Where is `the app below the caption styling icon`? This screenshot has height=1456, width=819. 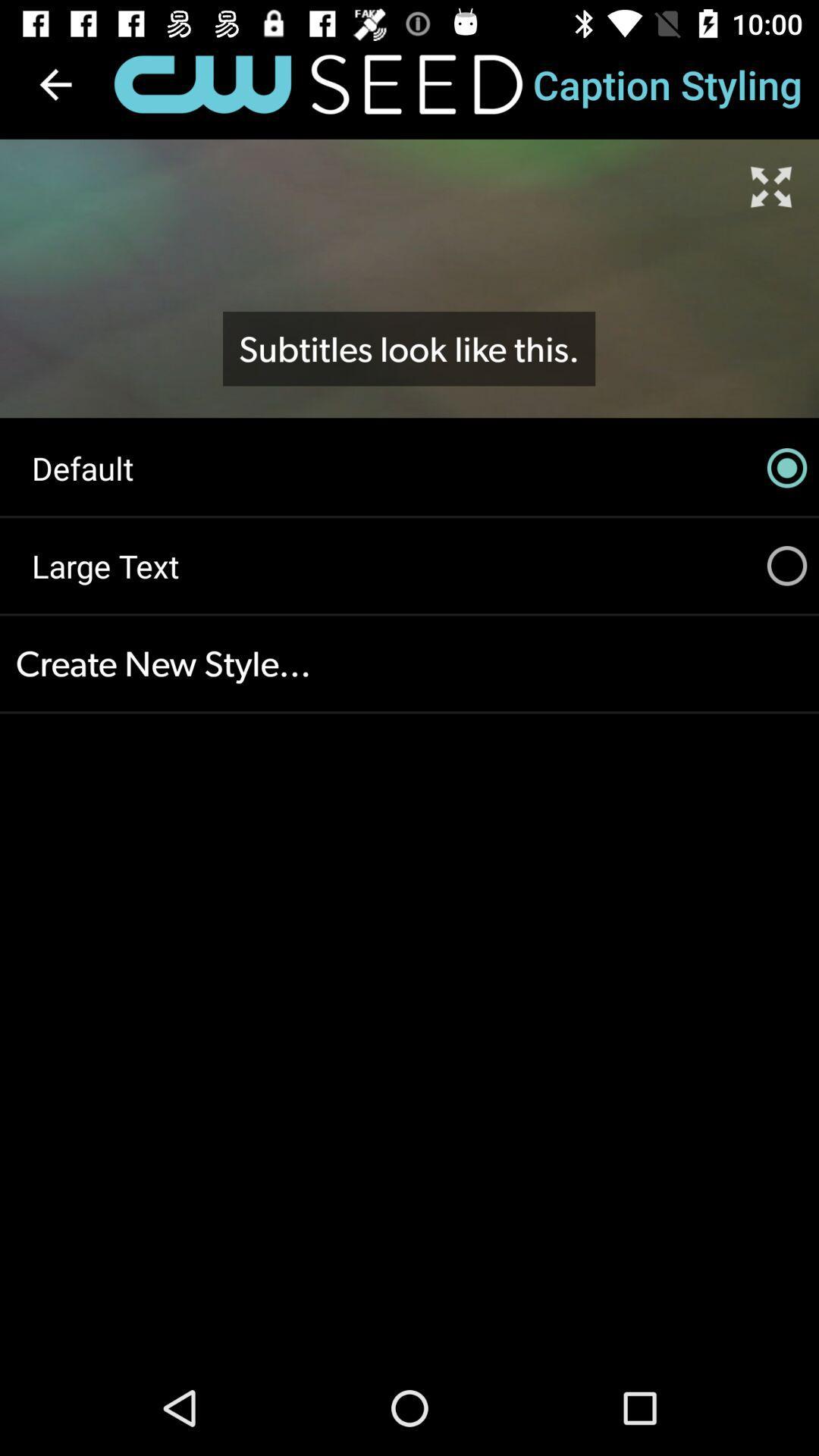
the app below the caption styling icon is located at coordinates (771, 186).